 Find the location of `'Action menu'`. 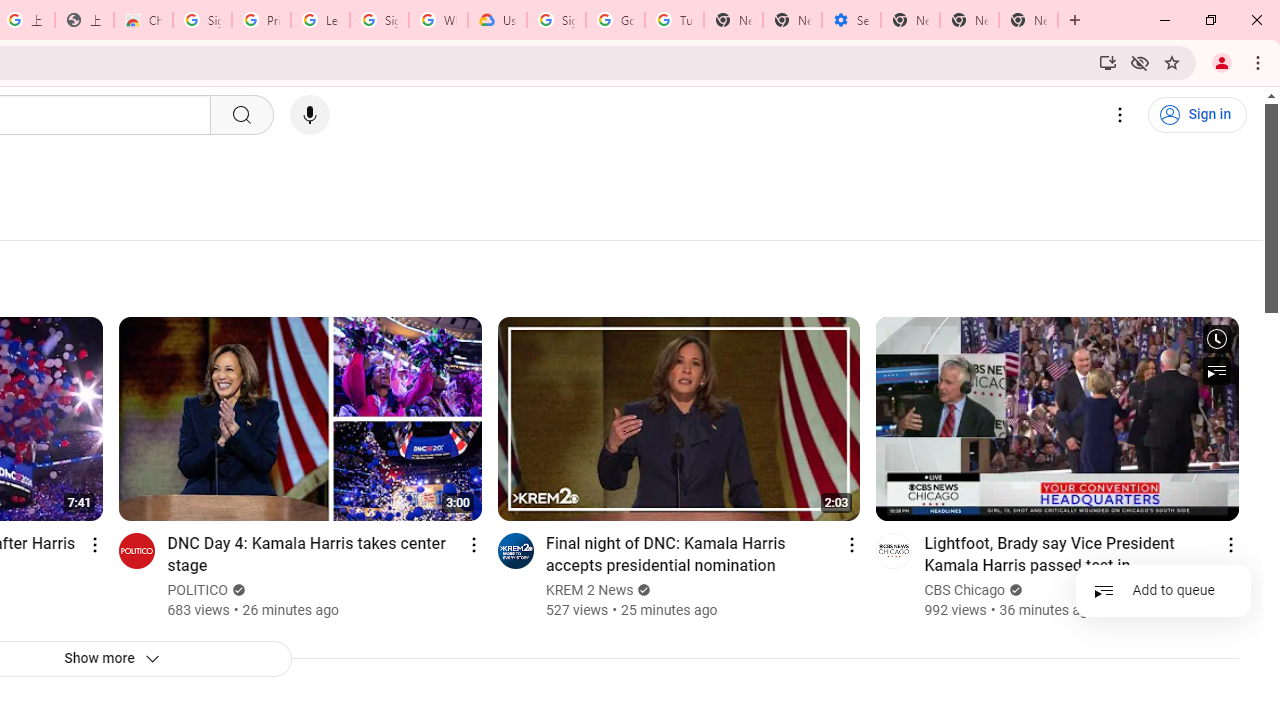

'Action menu' is located at coordinates (1229, 544).